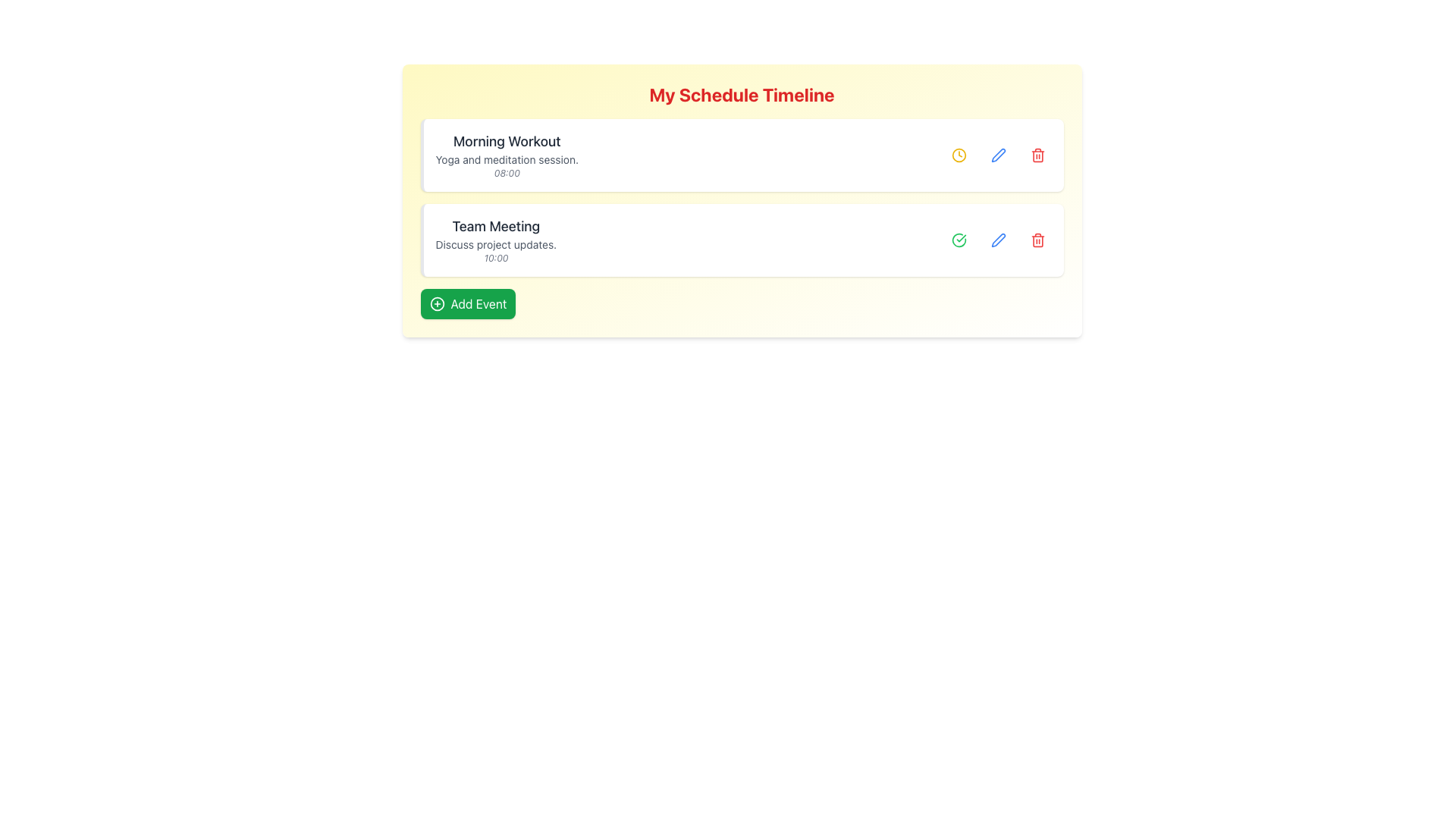 This screenshot has height=819, width=1456. What do you see at coordinates (958, 155) in the screenshot?
I see `the yellow circle resembling a clock face, which serves as the outer boundary of the clock icon in the 'Morning Workout' schedule card` at bounding box center [958, 155].